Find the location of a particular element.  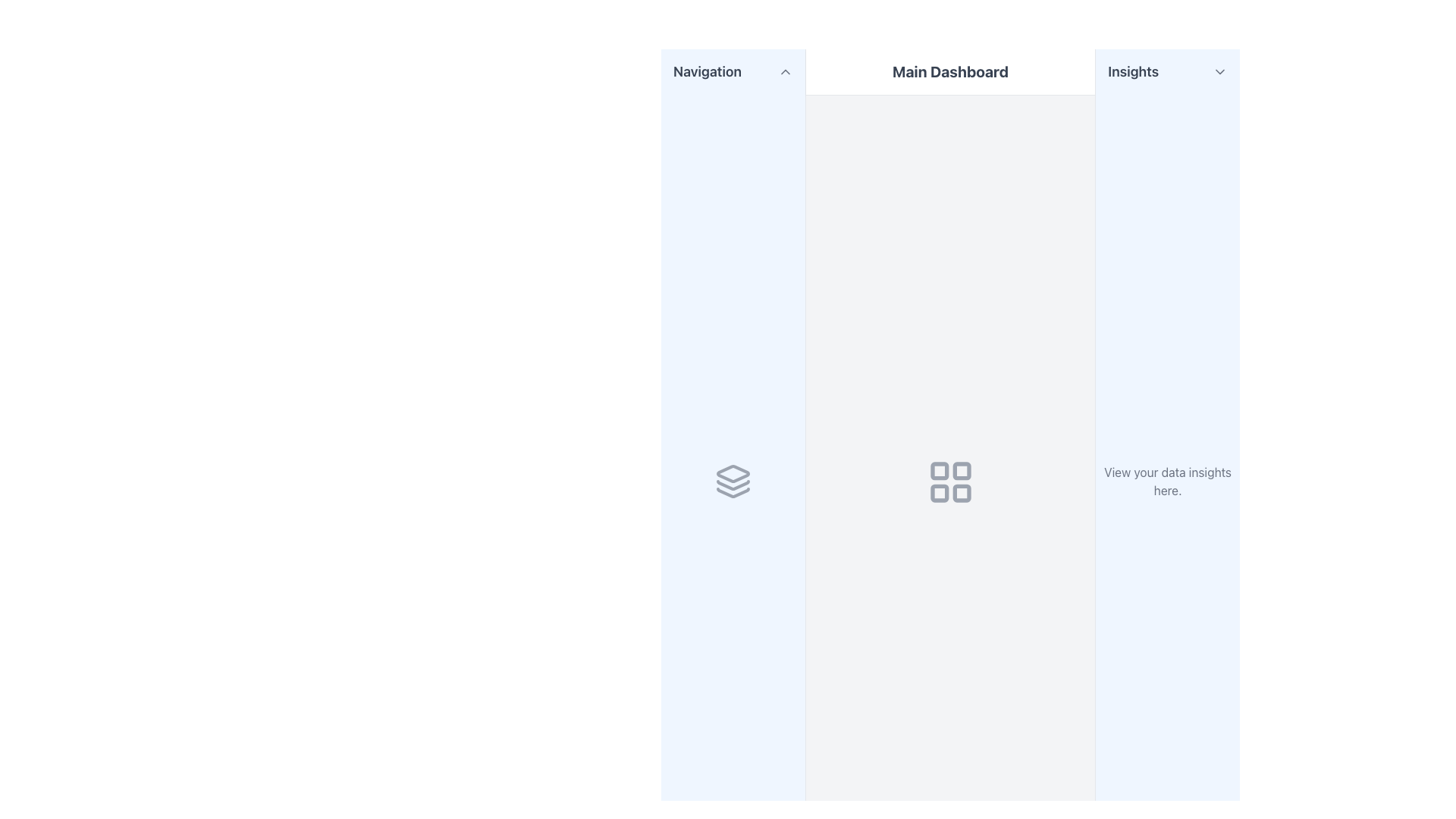

the button located in the bottom-right corner of a 2x2 icon grid is located at coordinates (961, 493).